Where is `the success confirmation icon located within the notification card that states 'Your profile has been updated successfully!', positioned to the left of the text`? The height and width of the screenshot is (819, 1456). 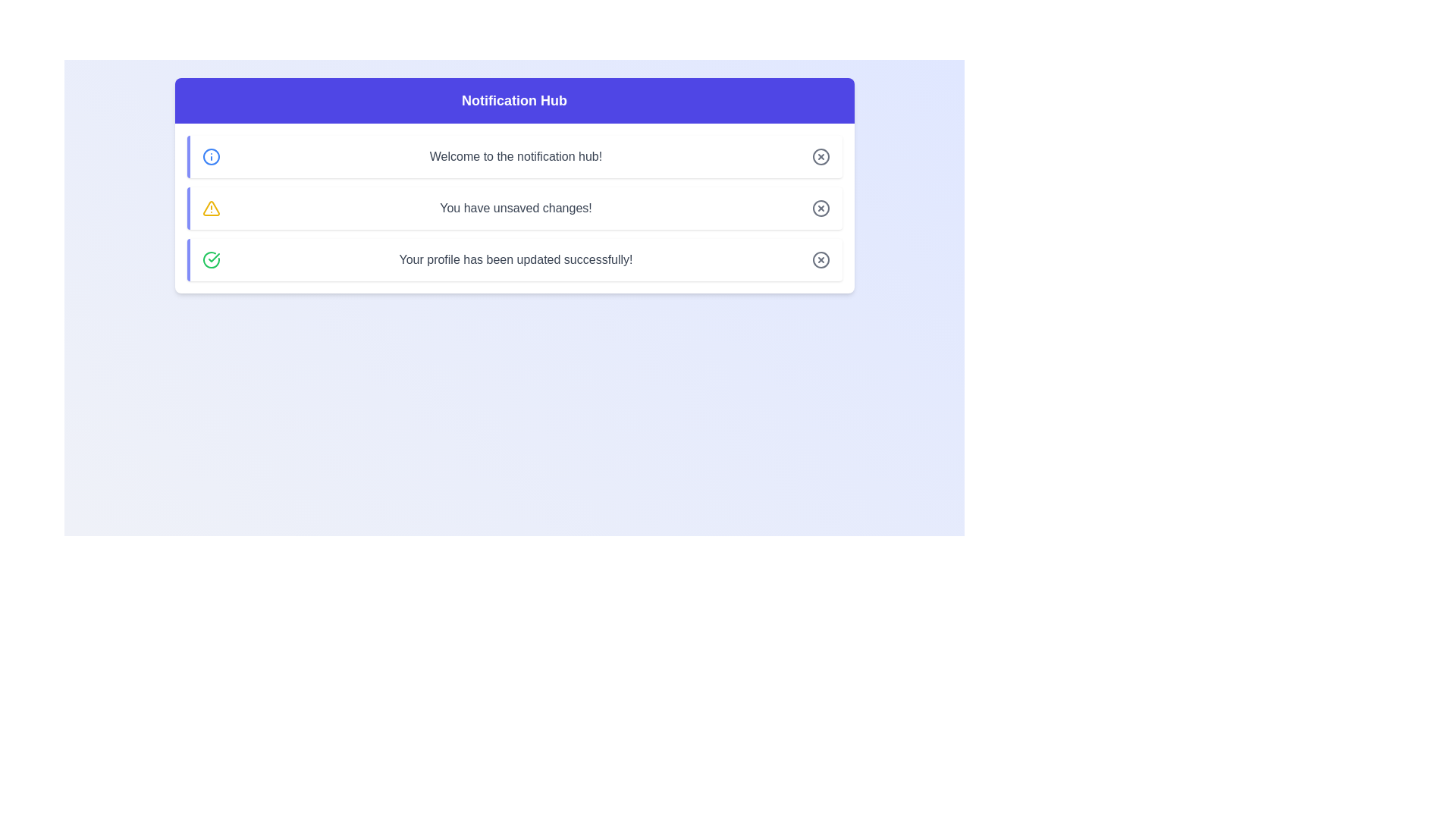 the success confirmation icon located within the notification card that states 'Your profile has been updated successfully!', positioned to the left of the text is located at coordinates (210, 259).